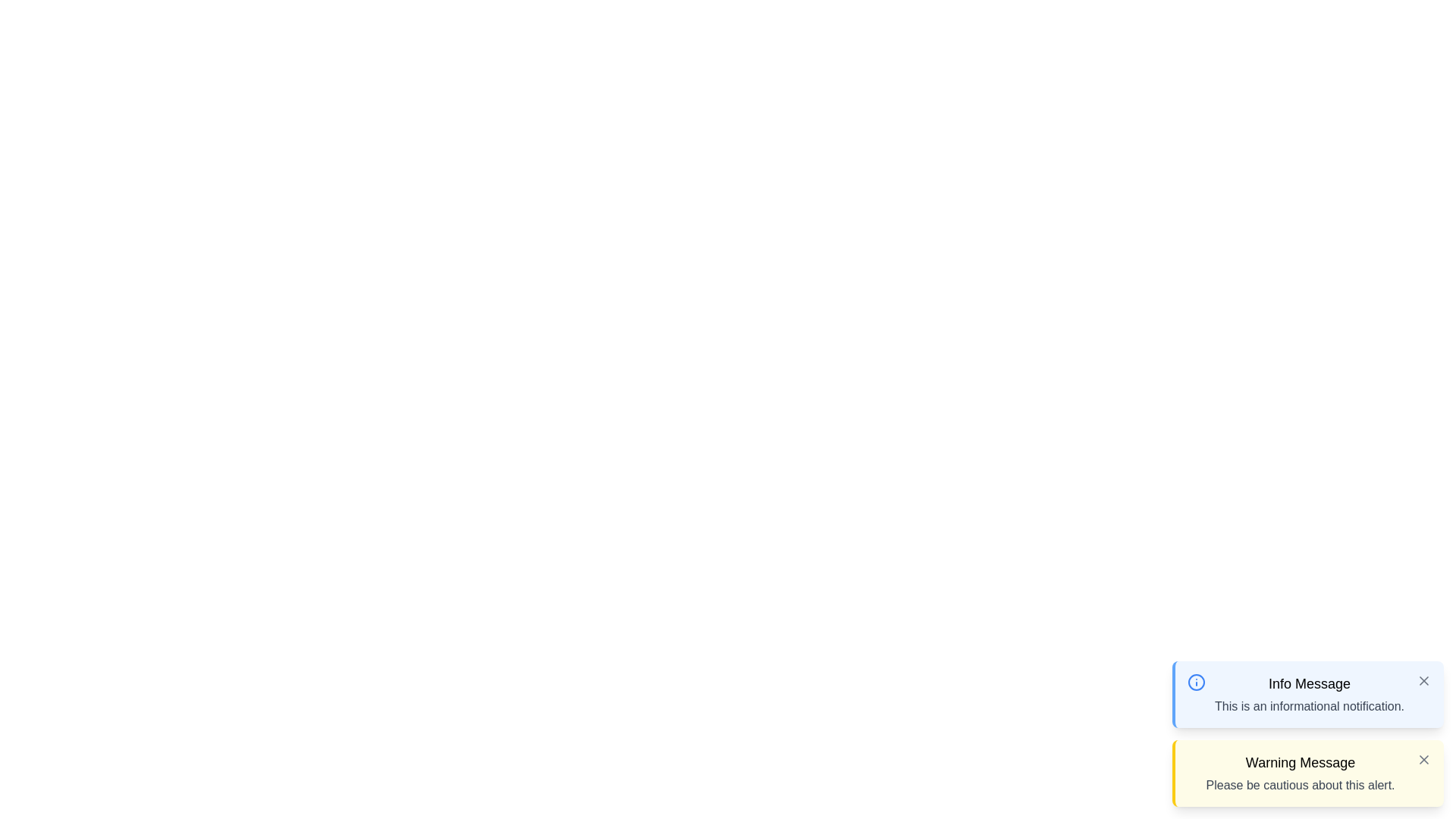 Image resolution: width=1456 pixels, height=819 pixels. Describe the element at coordinates (1309, 684) in the screenshot. I see `the 'Info Message' text label, which is styled with a larger font size and bold weight, located in the upper portion of the blue notification box in the bottom-right corner of the interface` at that location.